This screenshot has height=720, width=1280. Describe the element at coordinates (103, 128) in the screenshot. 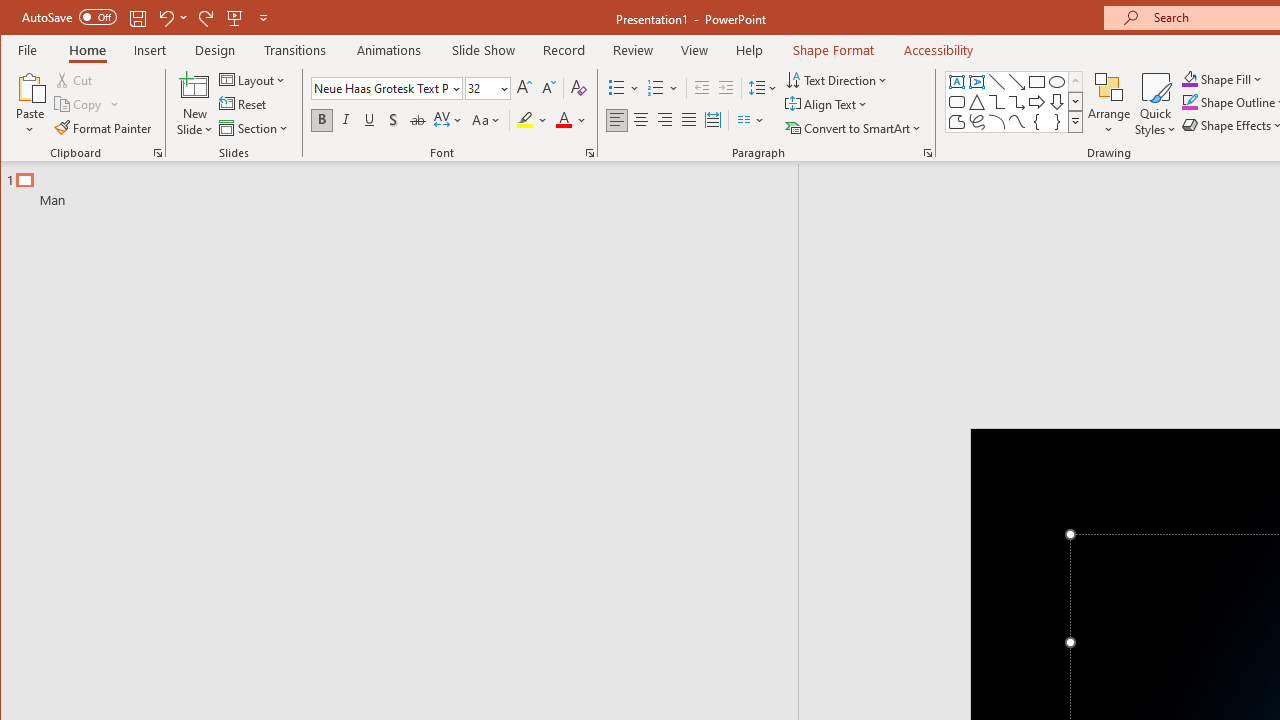

I see `'Format Painter'` at that location.